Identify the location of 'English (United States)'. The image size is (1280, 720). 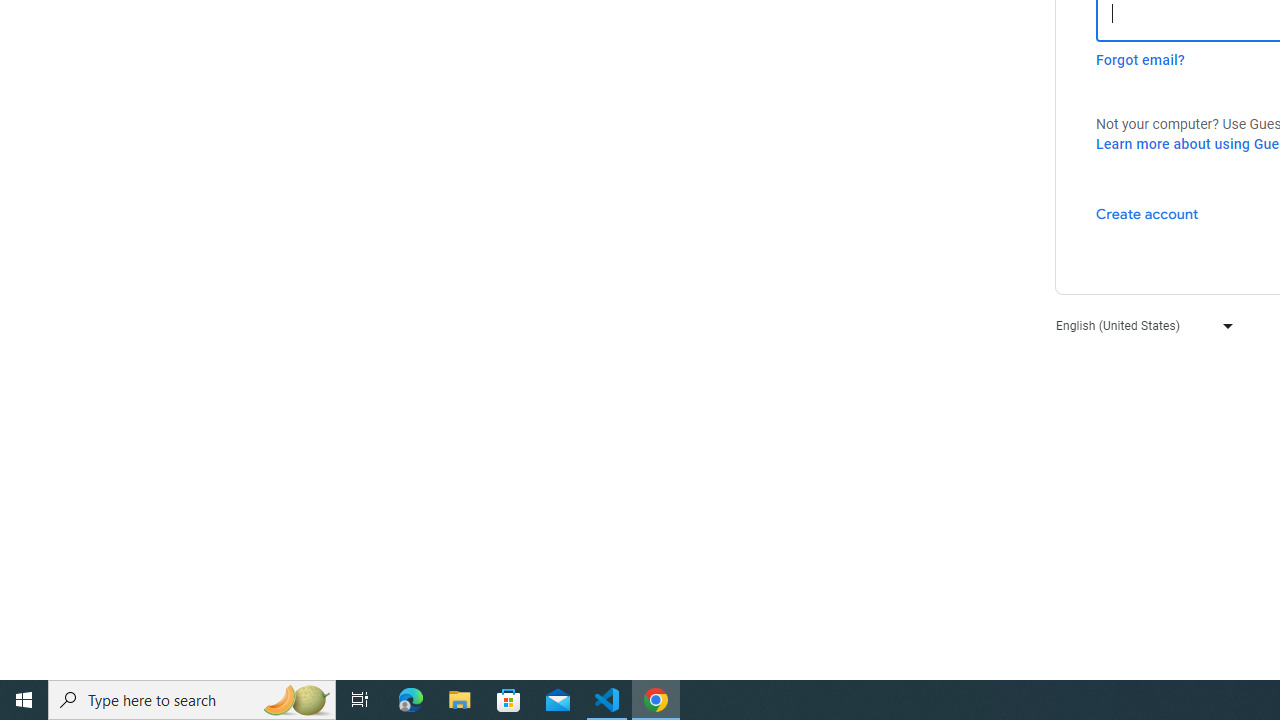
(1139, 324).